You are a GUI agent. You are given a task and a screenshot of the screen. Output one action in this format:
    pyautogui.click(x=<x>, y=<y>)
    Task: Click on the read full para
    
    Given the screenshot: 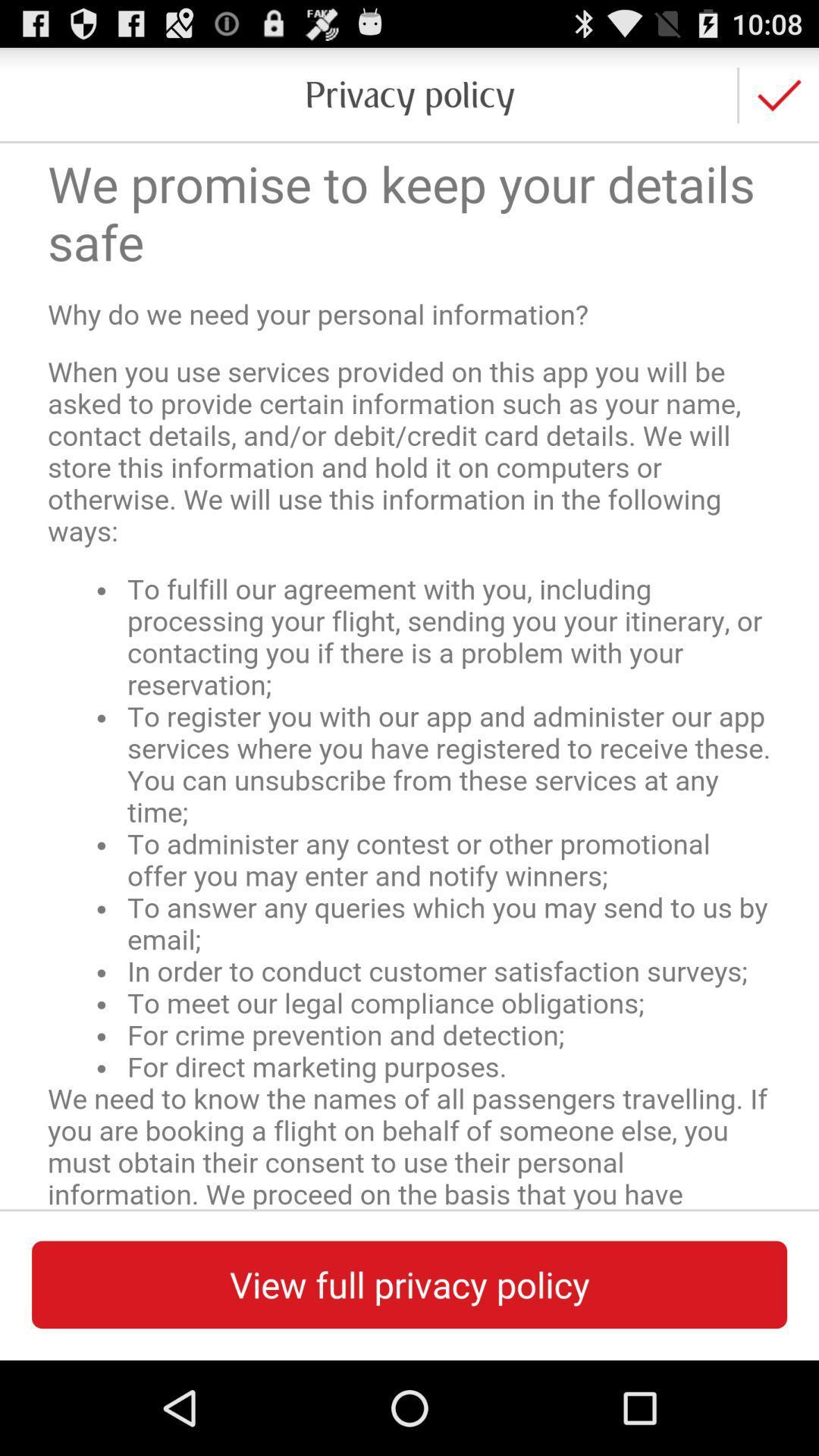 What is the action you would take?
    pyautogui.click(x=409, y=675)
    